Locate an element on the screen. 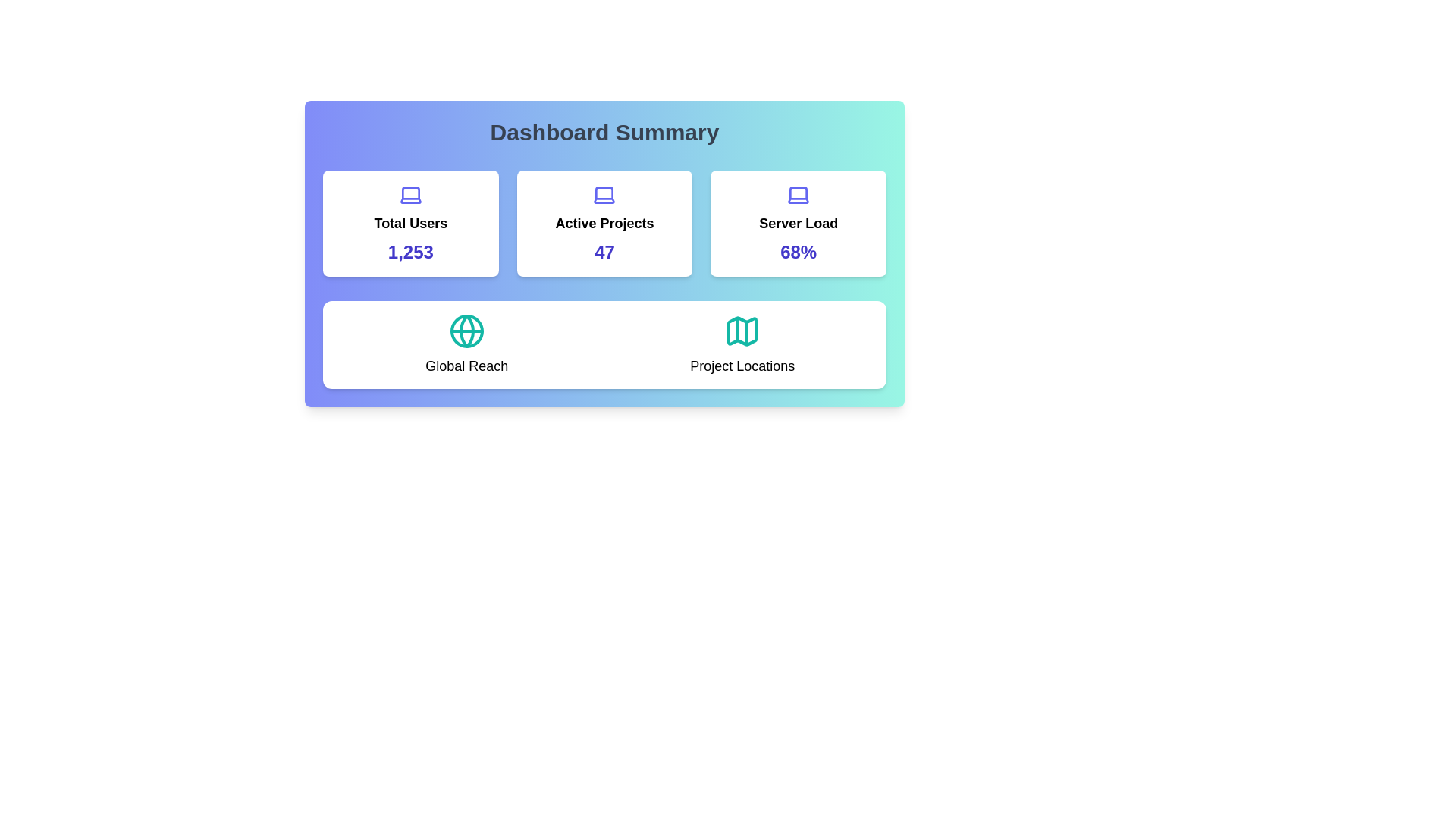 Image resolution: width=1456 pixels, height=819 pixels. the text display showing the numeric value '1,253' in indigo color, which is located under the 'Total Users' label in the white card is located at coordinates (410, 251).